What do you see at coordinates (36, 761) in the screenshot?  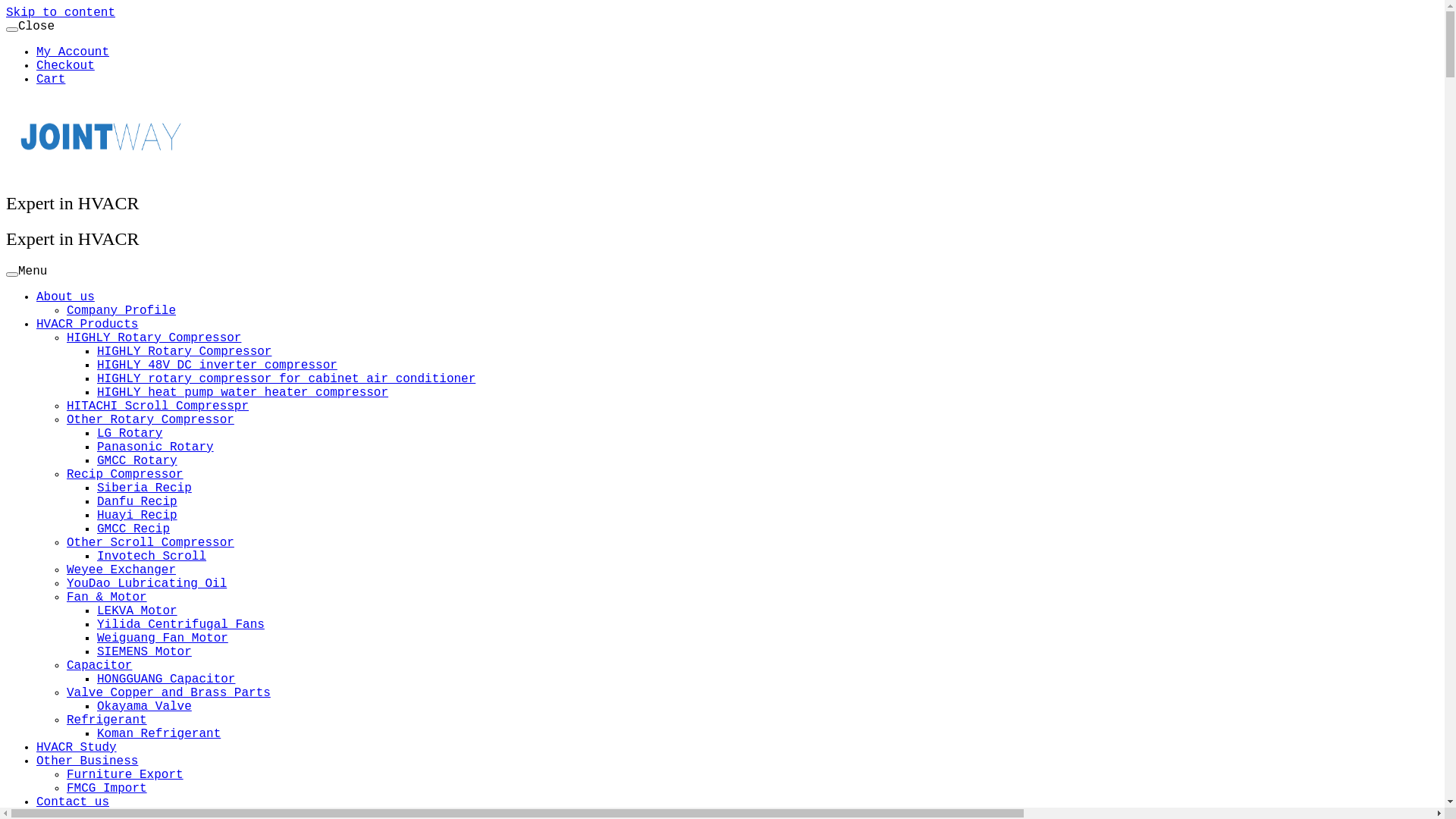 I see `'Other Business'` at bounding box center [36, 761].